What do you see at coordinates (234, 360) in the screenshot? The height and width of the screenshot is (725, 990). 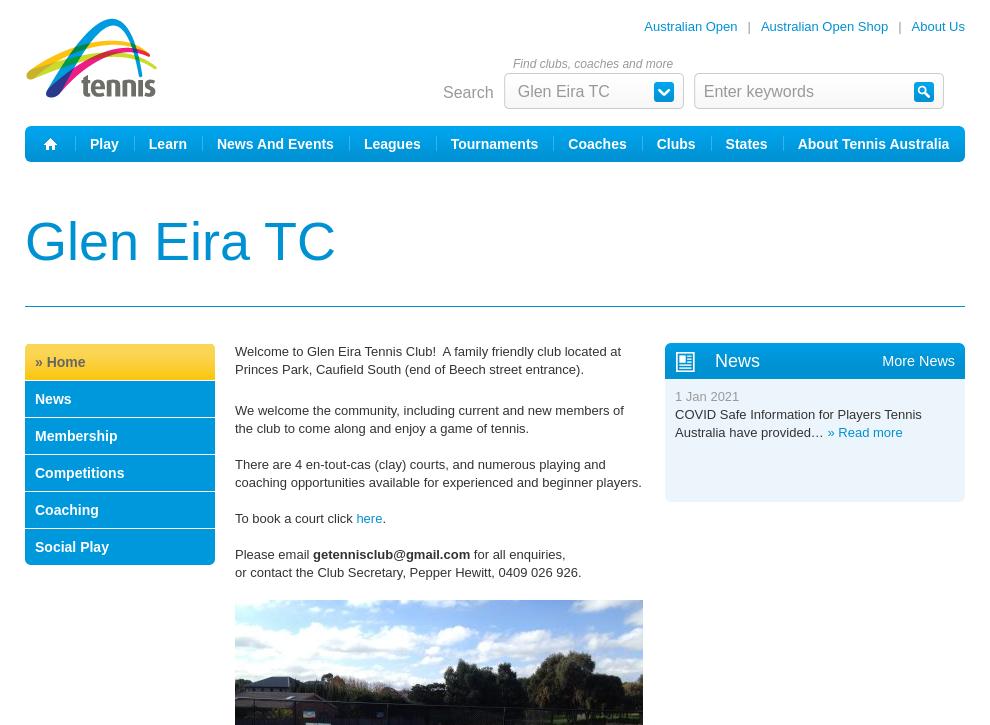 I see `'Welcome to Glen Eira Tennis Club!  A family friendly club located at Princes Park, Caufield South (end of Beech street entrance).'` at bounding box center [234, 360].